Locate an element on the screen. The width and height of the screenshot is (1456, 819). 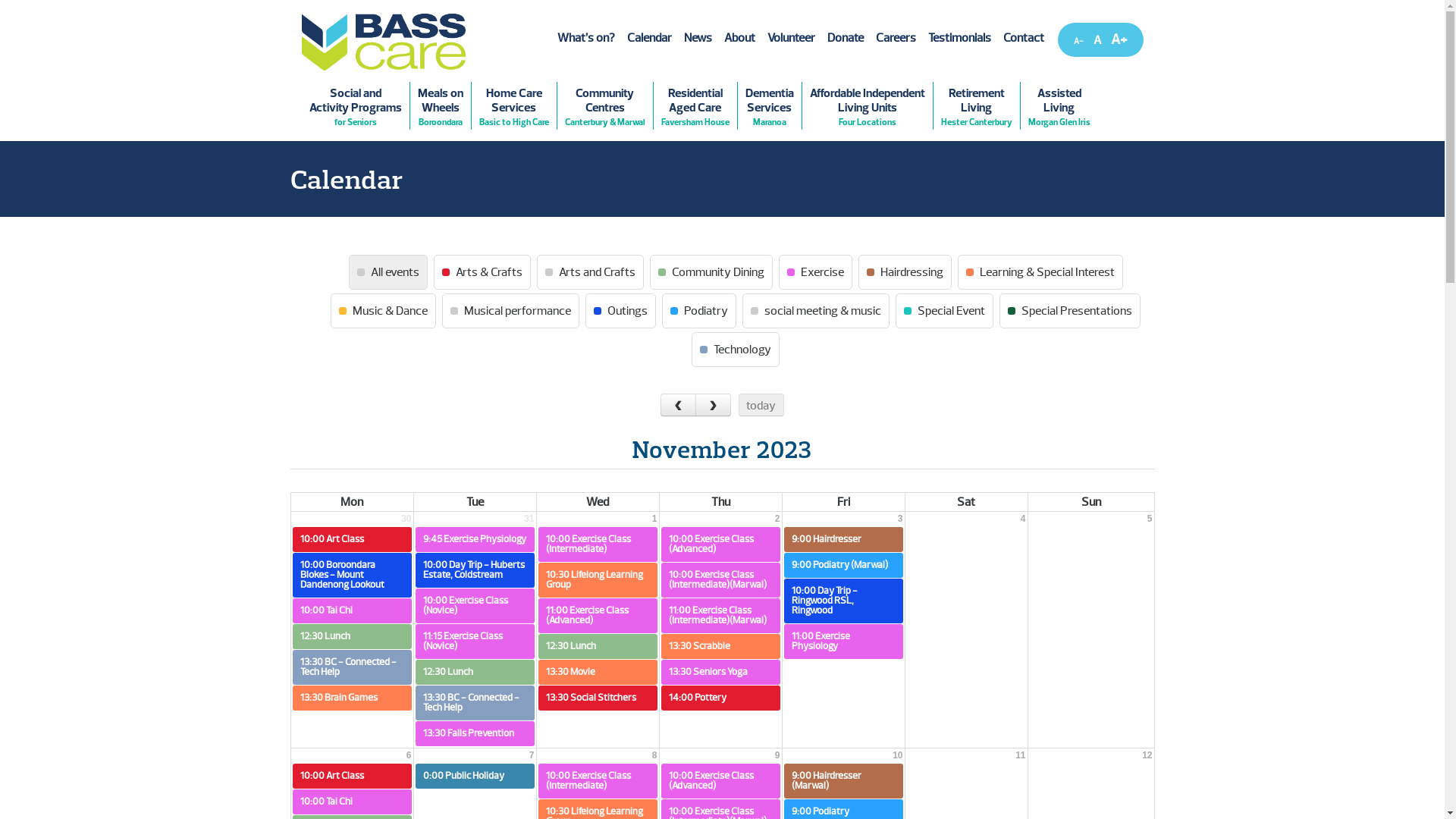
'Social and is located at coordinates (355, 105).